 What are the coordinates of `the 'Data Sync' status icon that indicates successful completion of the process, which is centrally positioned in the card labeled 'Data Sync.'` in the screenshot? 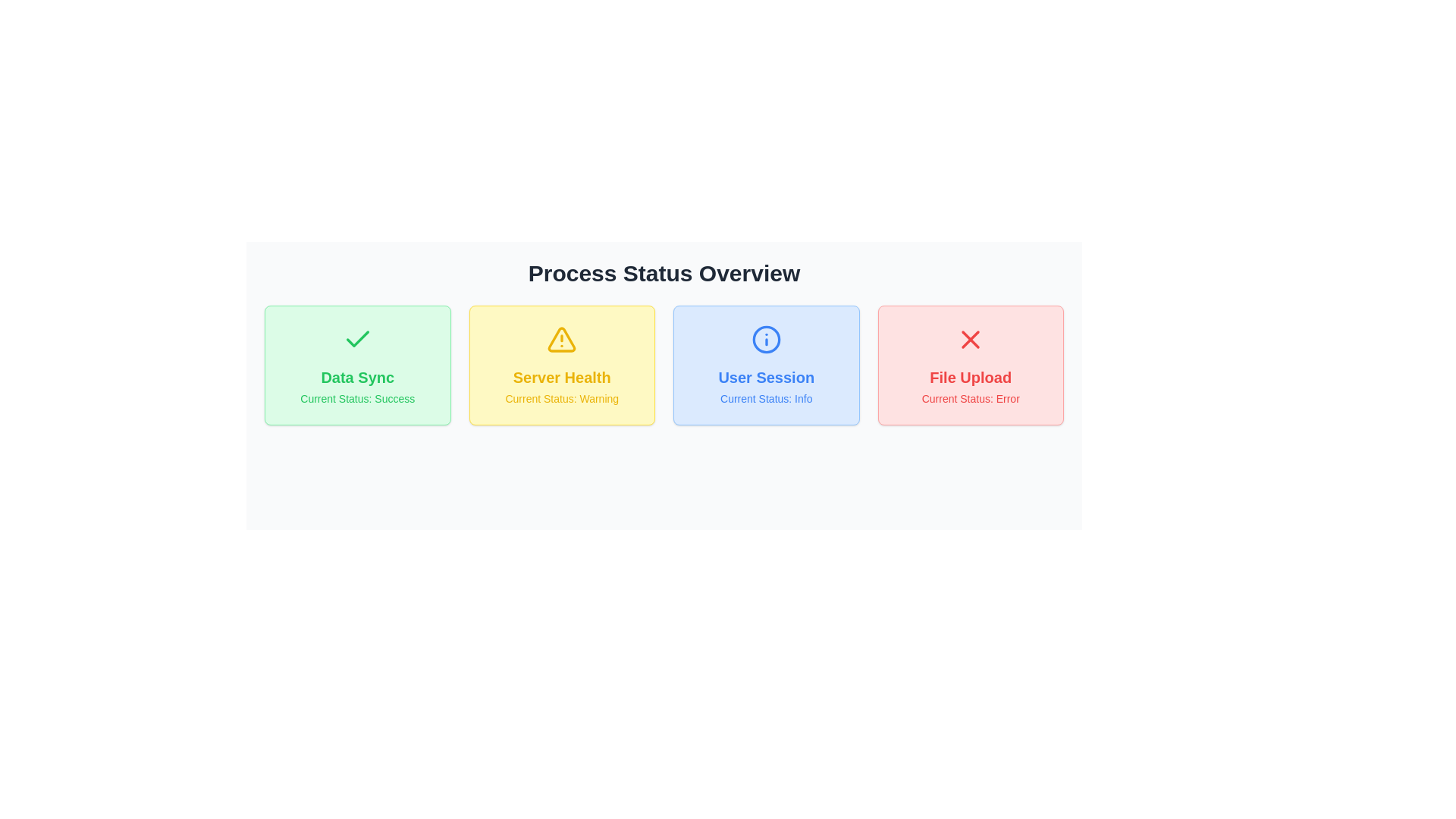 It's located at (356, 338).